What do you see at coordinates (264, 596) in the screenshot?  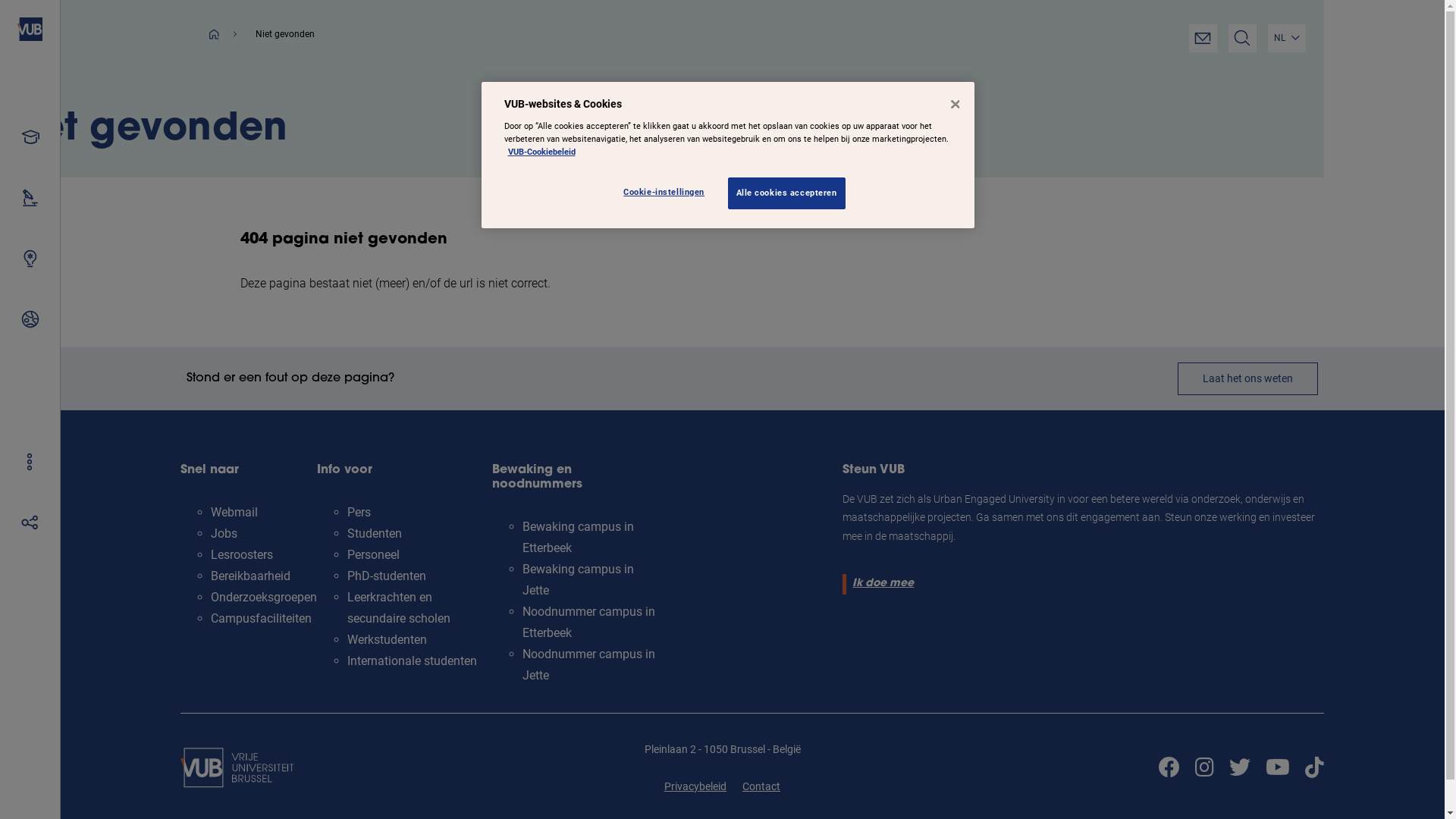 I see `'Onderzoeksgroepen'` at bounding box center [264, 596].